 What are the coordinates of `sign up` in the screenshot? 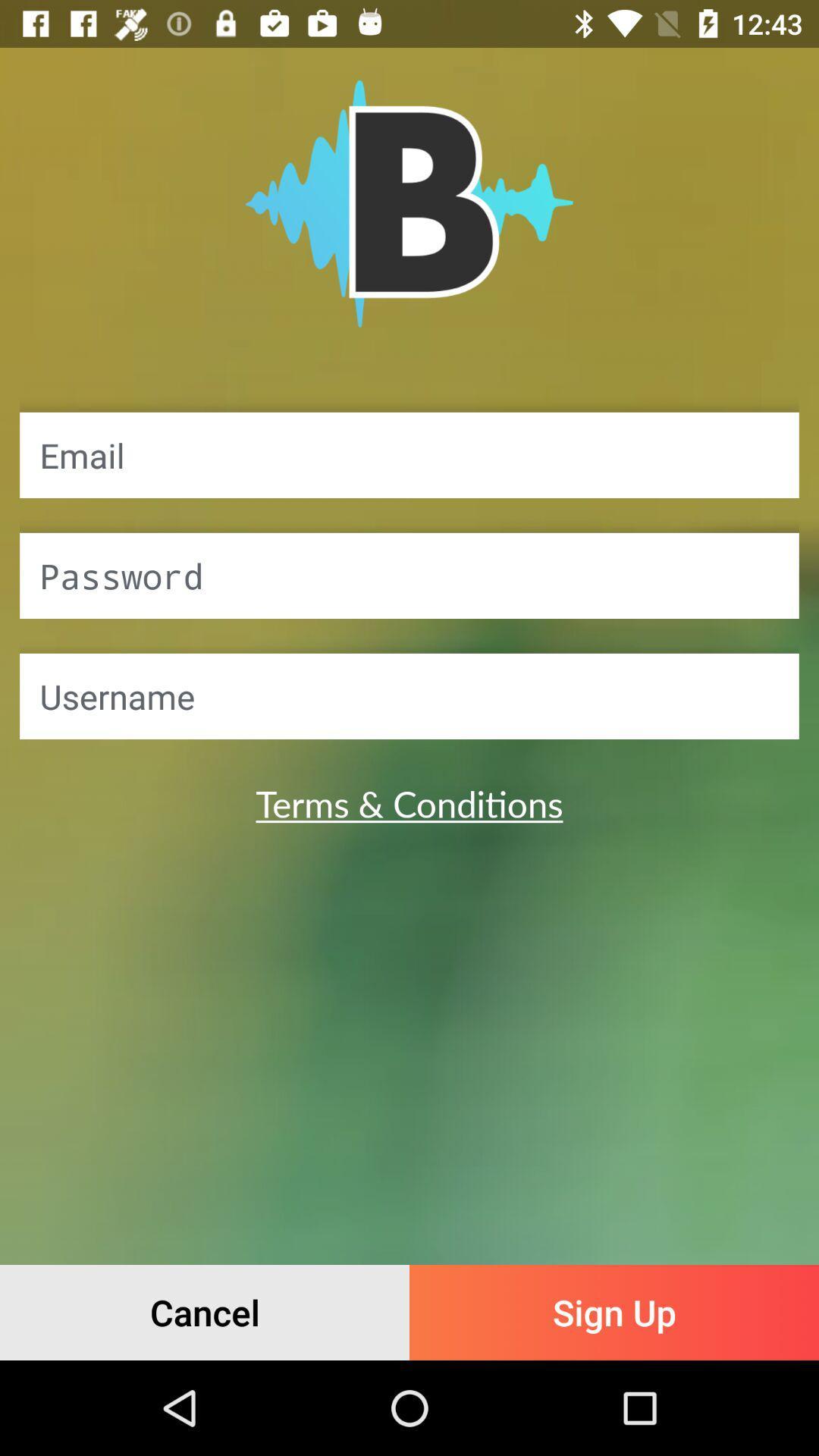 It's located at (614, 1312).